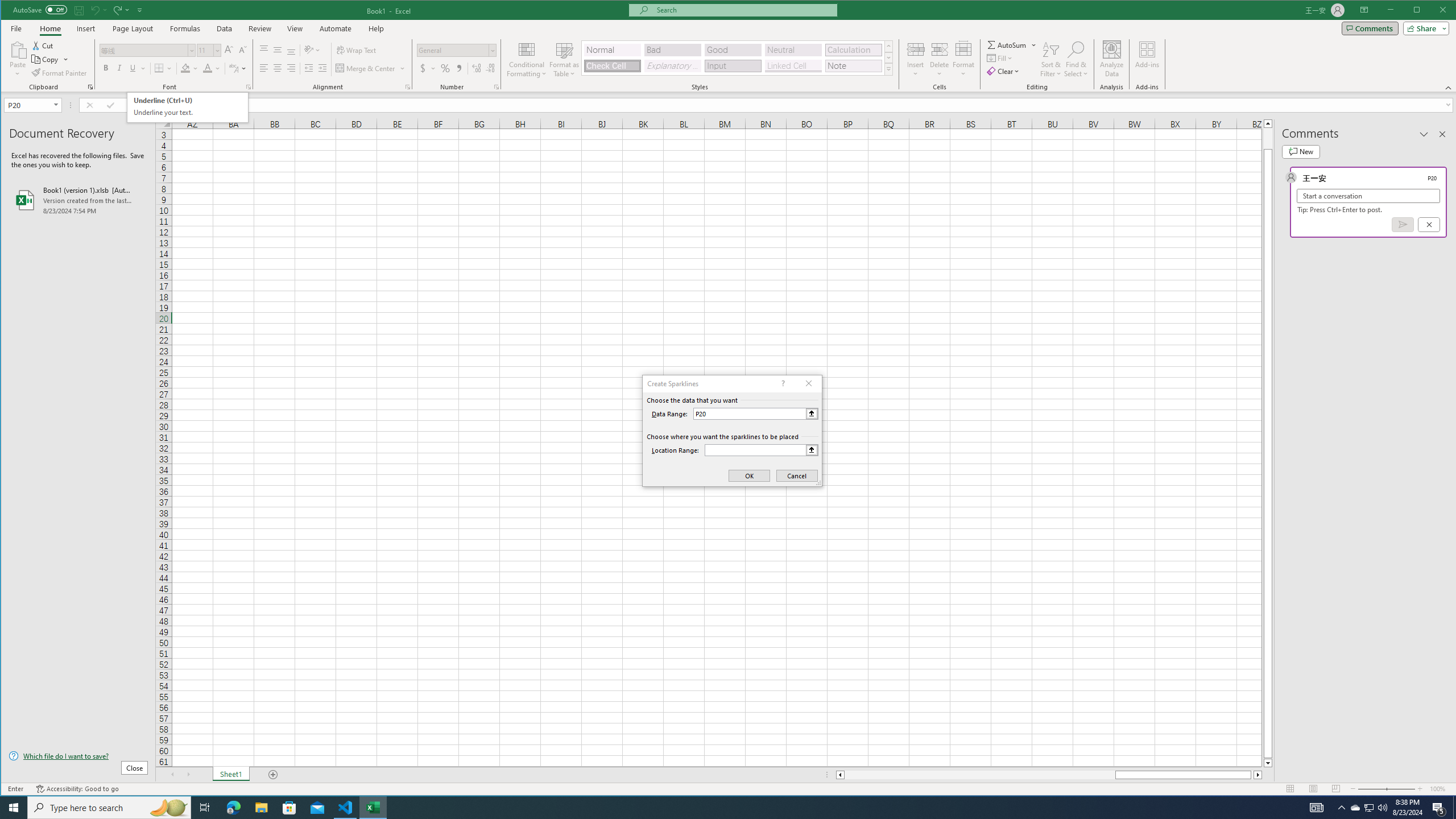  Describe the element at coordinates (476, 68) in the screenshot. I see `'Increase Decimal'` at that location.